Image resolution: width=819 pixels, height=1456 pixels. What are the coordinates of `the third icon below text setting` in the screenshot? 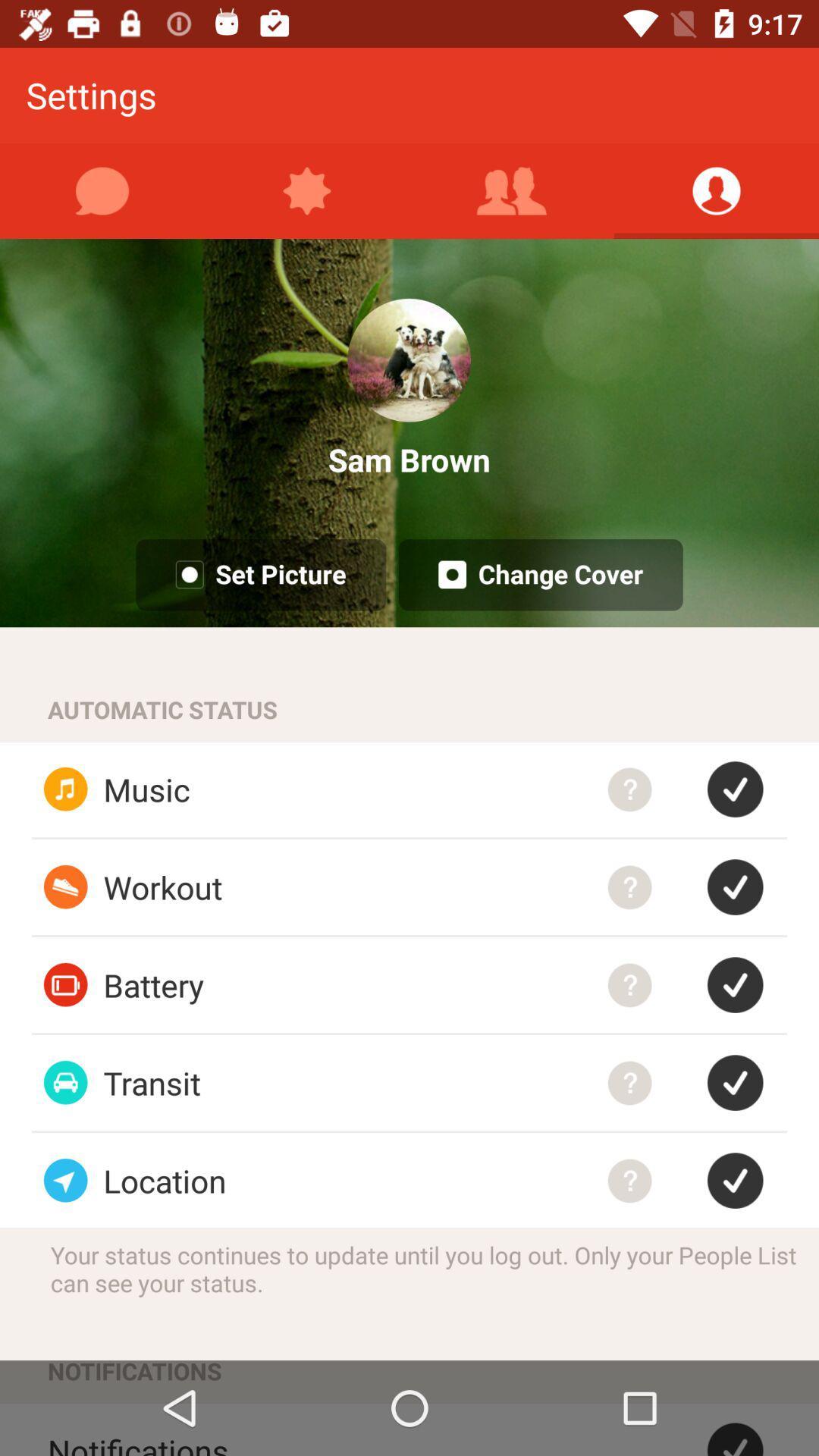 It's located at (512, 190).